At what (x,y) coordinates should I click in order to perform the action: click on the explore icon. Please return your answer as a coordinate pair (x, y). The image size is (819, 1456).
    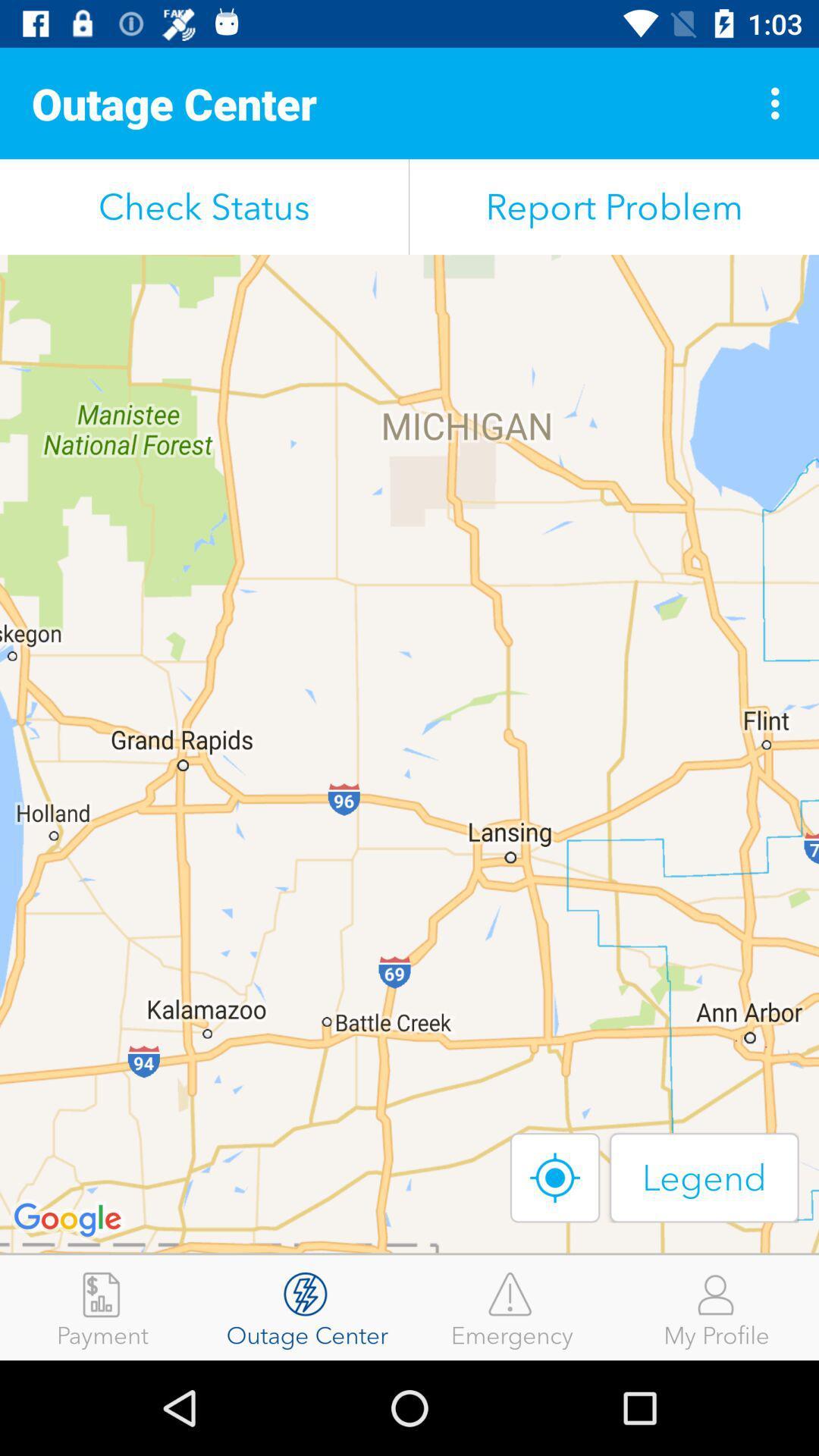
    Looking at the image, I should click on (555, 1177).